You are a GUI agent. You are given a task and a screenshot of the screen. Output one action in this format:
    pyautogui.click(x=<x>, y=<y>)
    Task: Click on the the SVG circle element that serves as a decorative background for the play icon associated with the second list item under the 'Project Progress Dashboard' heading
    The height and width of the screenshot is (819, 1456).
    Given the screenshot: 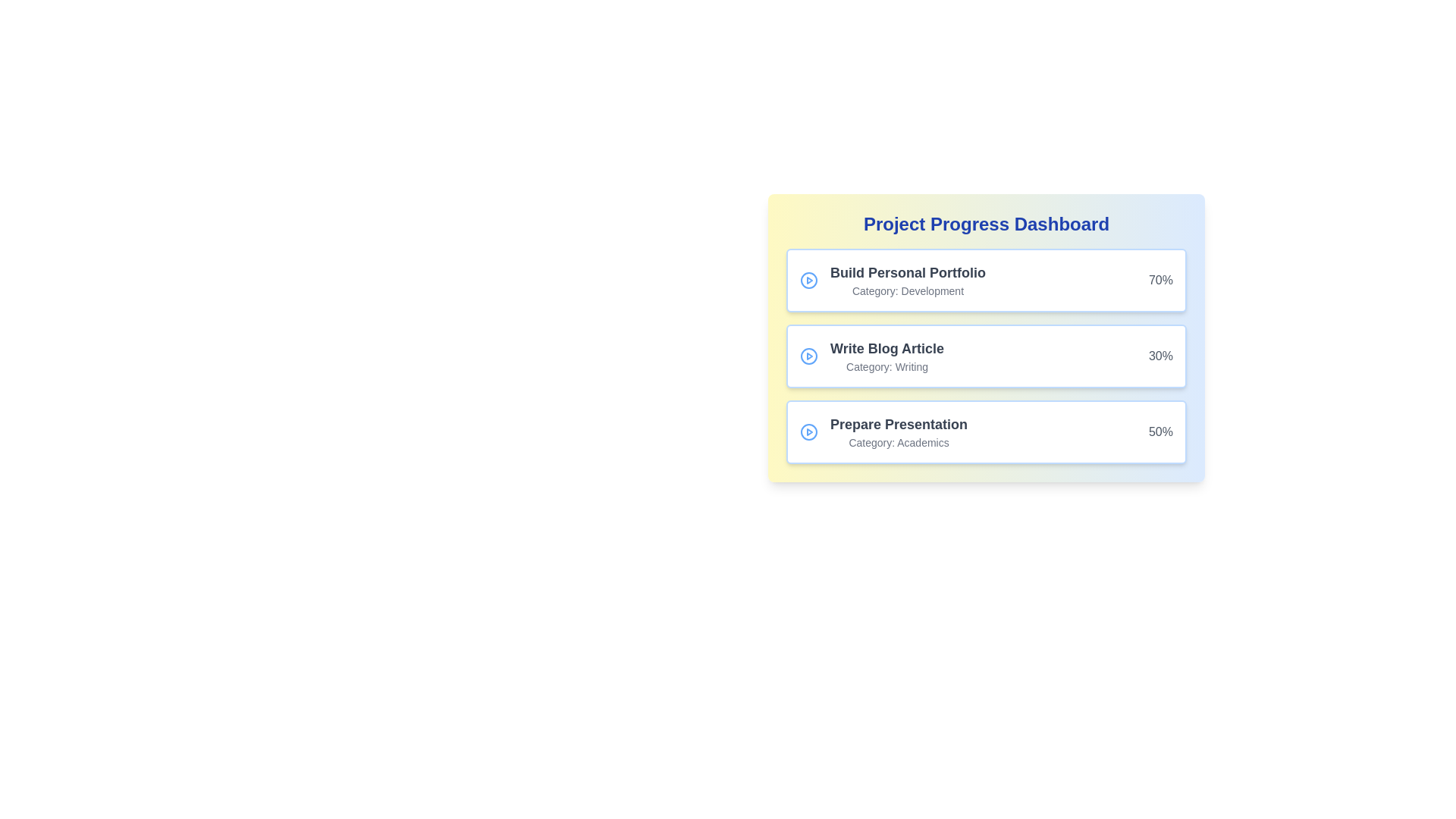 What is the action you would take?
    pyautogui.click(x=808, y=356)
    